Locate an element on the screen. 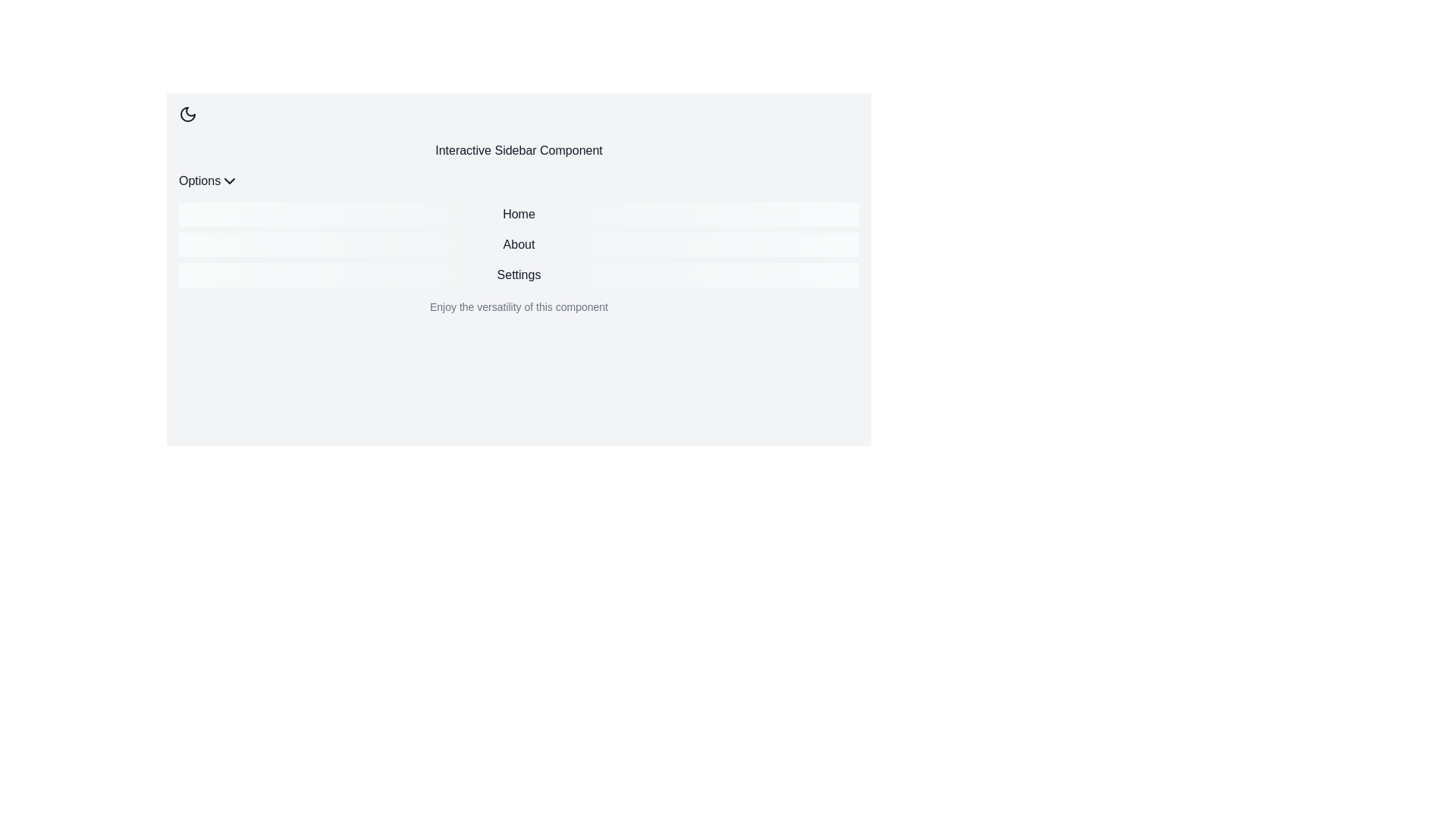 The height and width of the screenshot is (819, 1456). the informational text label located at the bottom of the sidebar content, which provides context or highlights a feature related to the component is located at coordinates (519, 307).